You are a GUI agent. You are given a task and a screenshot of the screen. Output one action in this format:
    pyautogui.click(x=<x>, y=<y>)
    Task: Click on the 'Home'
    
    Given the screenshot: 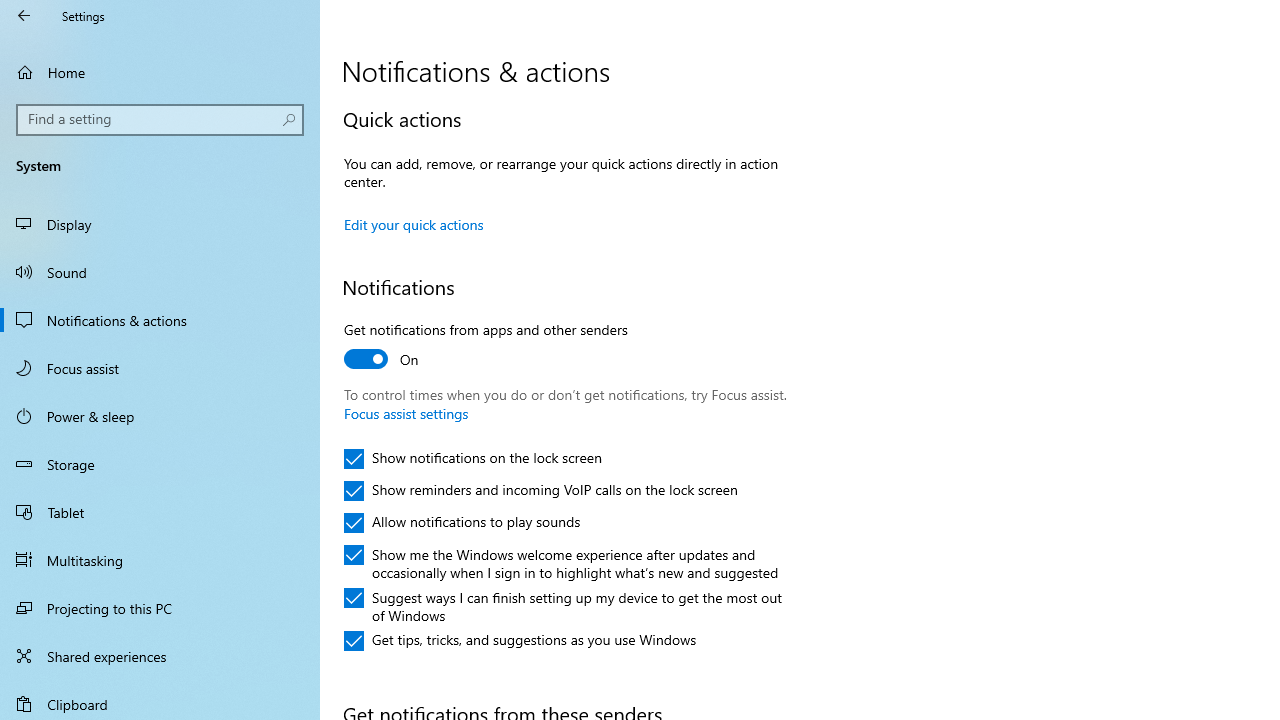 What is the action you would take?
    pyautogui.click(x=160, y=71)
    